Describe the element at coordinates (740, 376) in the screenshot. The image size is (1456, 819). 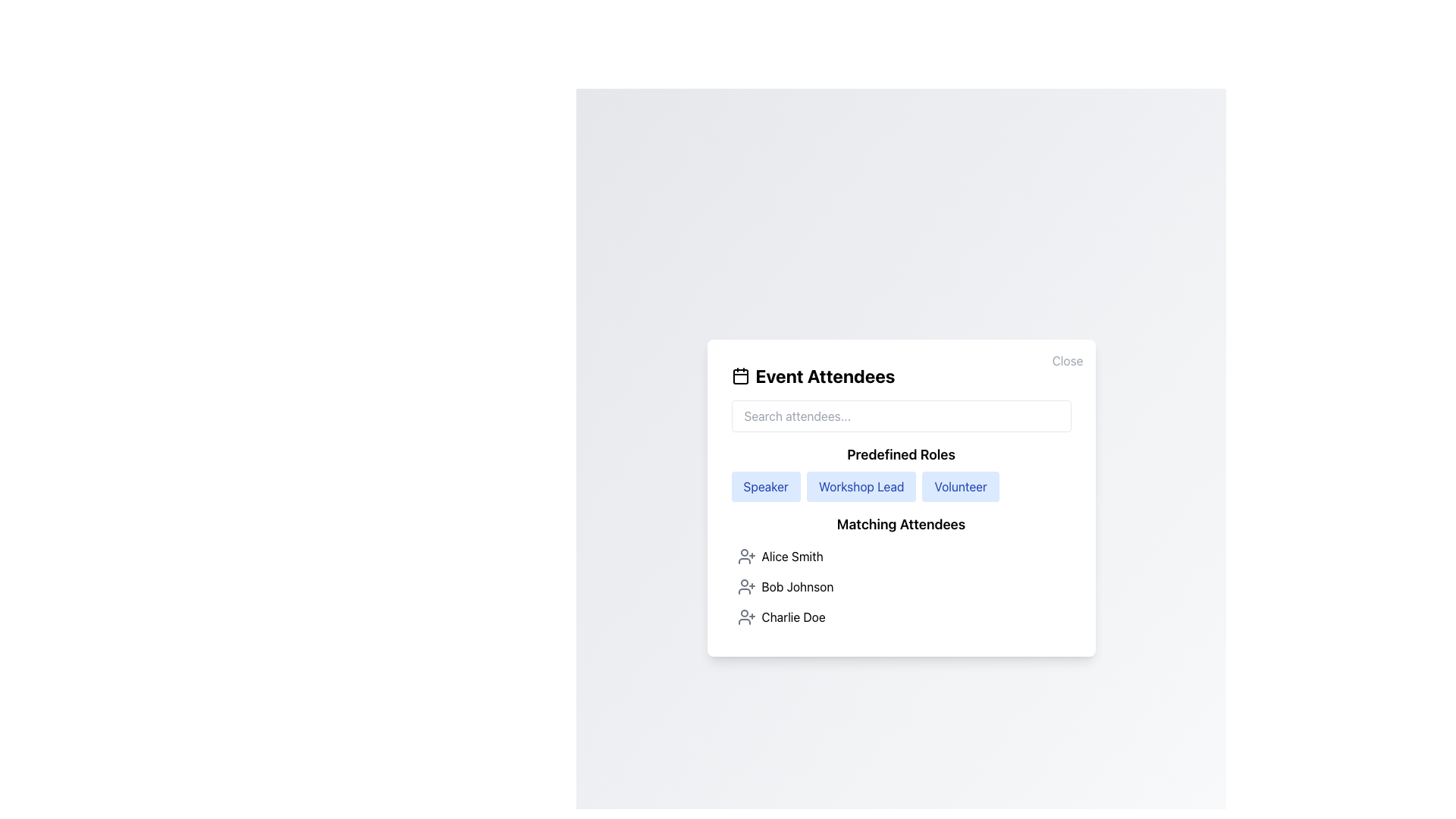
I see `the calendar icon component, which represents event scheduling` at that location.